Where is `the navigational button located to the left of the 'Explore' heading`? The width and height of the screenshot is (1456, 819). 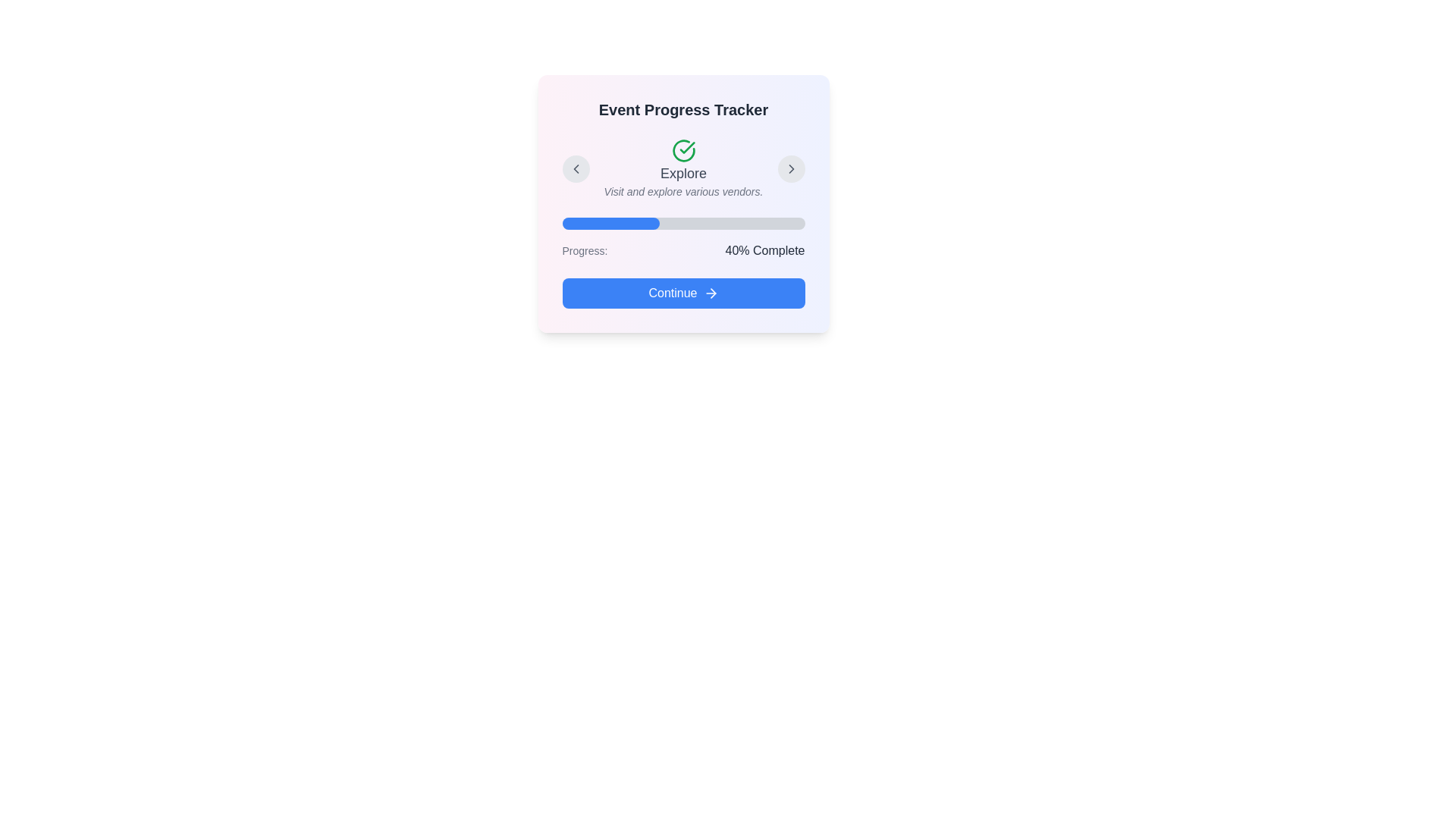 the navigational button located to the left of the 'Explore' heading is located at coordinates (575, 169).